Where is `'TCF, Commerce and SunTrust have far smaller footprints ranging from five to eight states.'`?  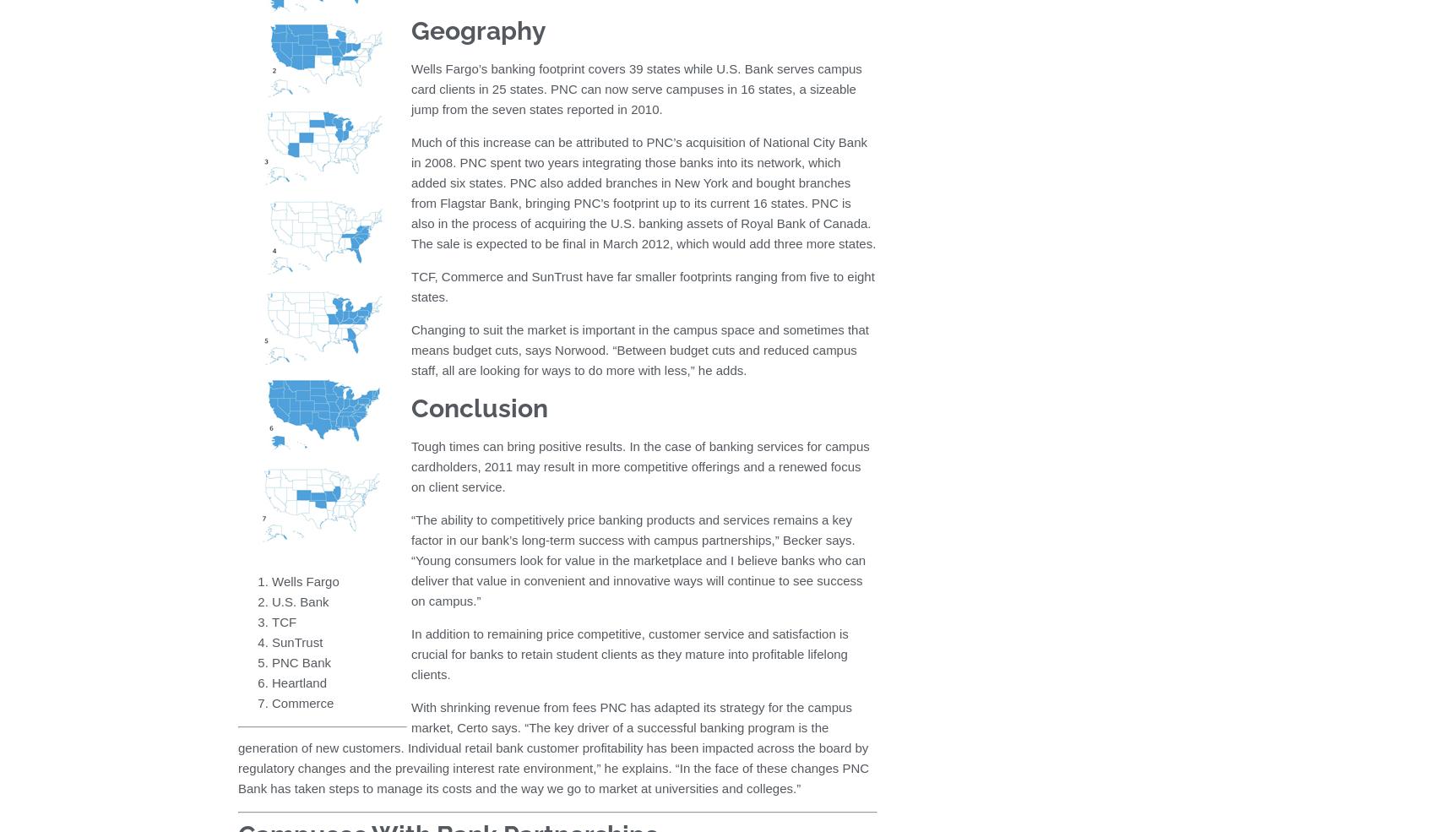
'TCF, Commerce and SunTrust have far smaller footprints ranging from five to eight states.' is located at coordinates (642, 286).